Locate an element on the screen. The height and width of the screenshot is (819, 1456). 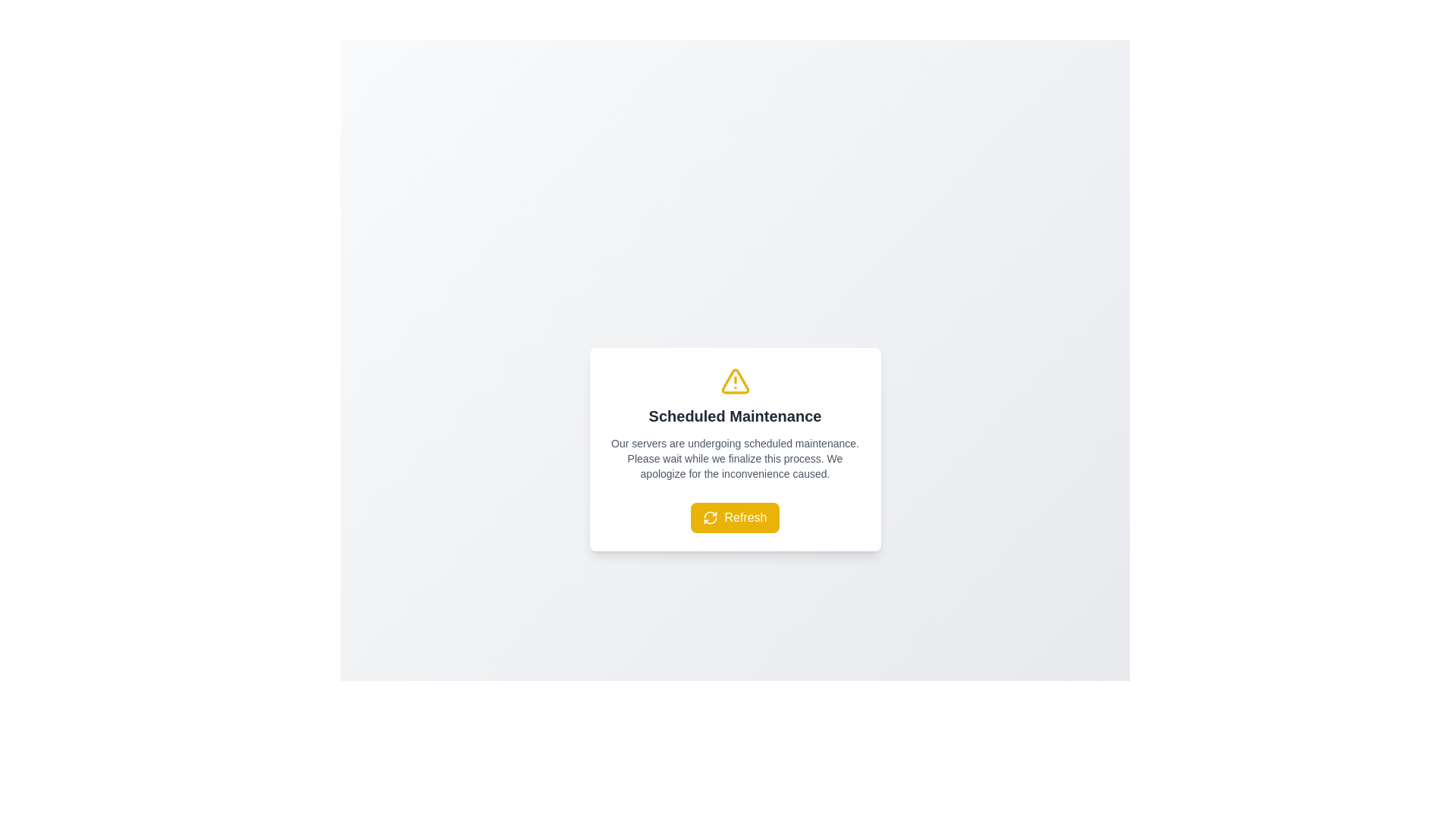
the refresh button located at the bottom of the card interface to observe hover effects is located at coordinates (735, 516).